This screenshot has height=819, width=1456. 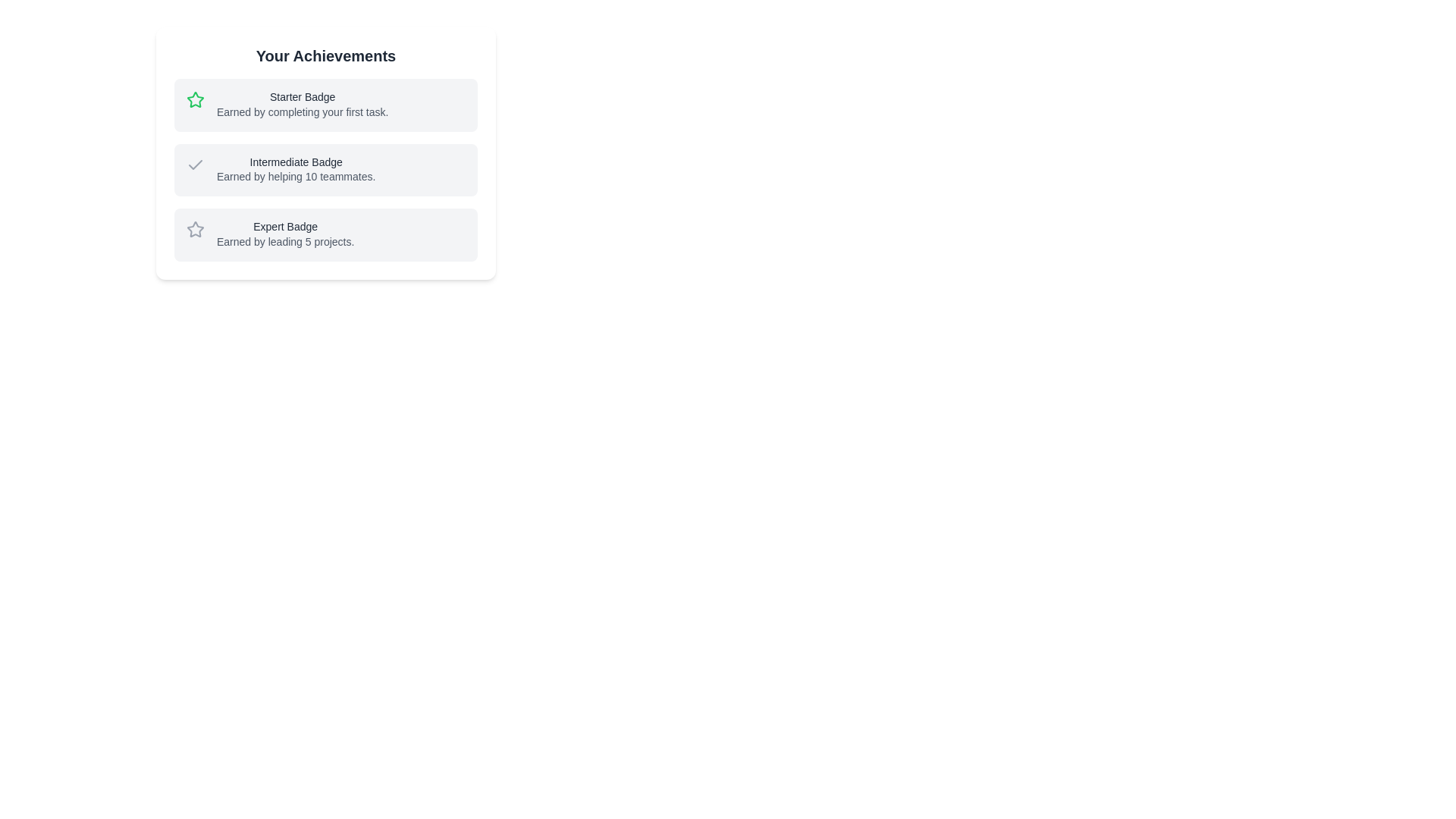 What do you see at coordinates (325, 169) in the screenshot?
I see `the 'Intermediate Badge' informational badge, which is the middle item in the list of achievements displaying a checkmark icon and the text 'Intermediate Badge'` at bounding box center [325, 169].